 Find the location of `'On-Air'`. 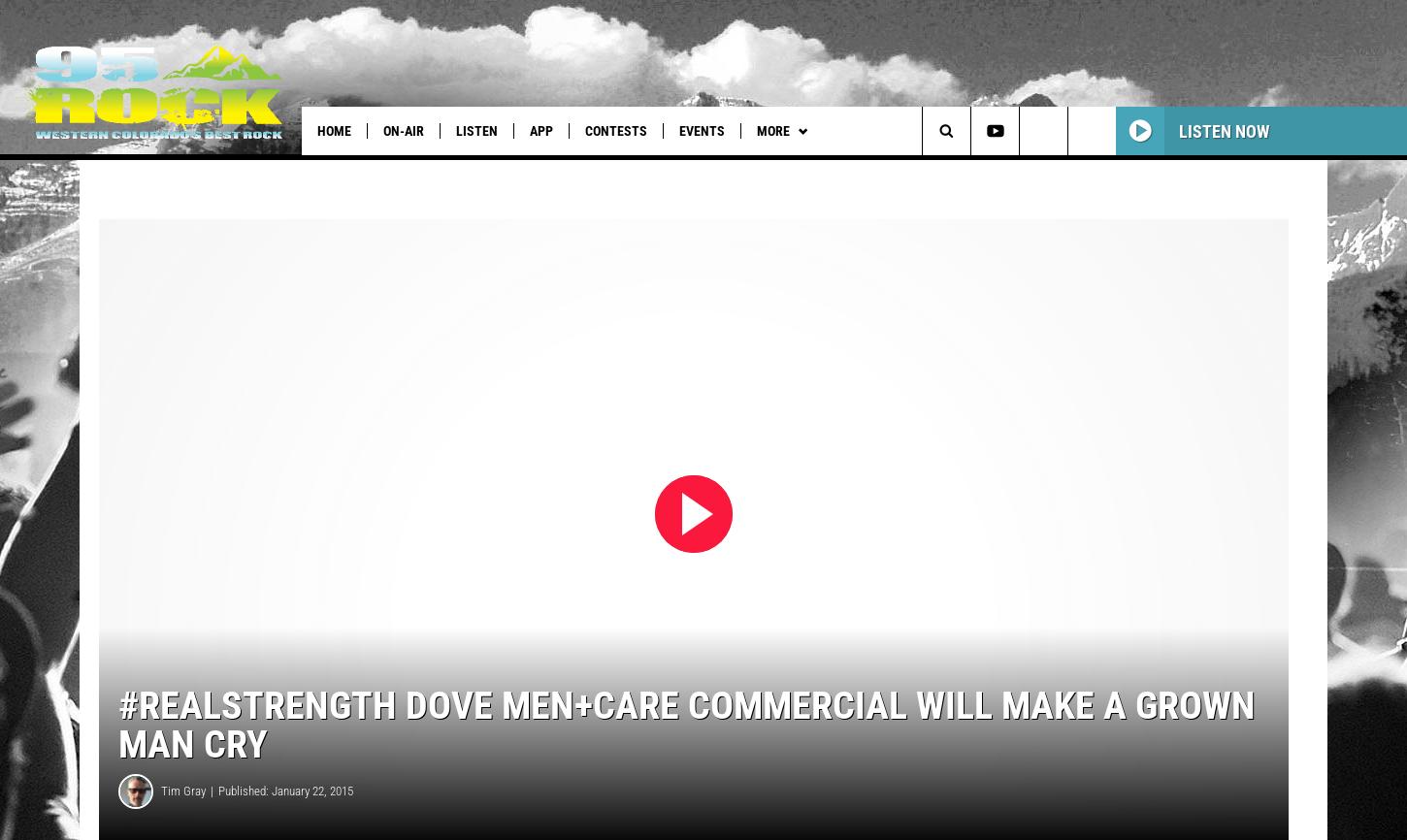

'On-Air' is located at coordinates (403, 131).